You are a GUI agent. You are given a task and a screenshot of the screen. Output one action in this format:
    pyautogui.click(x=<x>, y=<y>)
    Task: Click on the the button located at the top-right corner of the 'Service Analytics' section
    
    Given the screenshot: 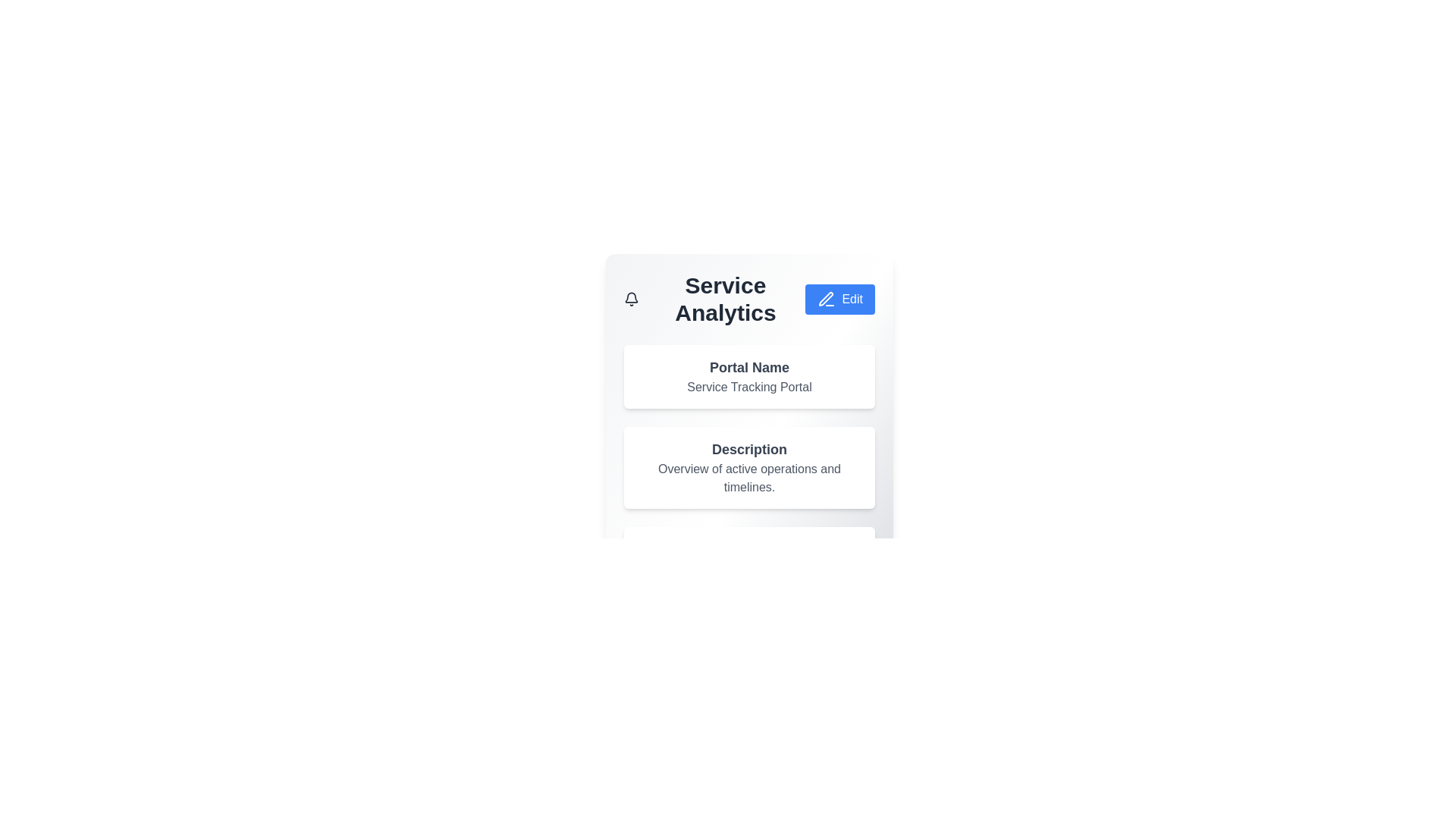 What is the action you would take?
    pyautogui.click(x=839, y=299)
    